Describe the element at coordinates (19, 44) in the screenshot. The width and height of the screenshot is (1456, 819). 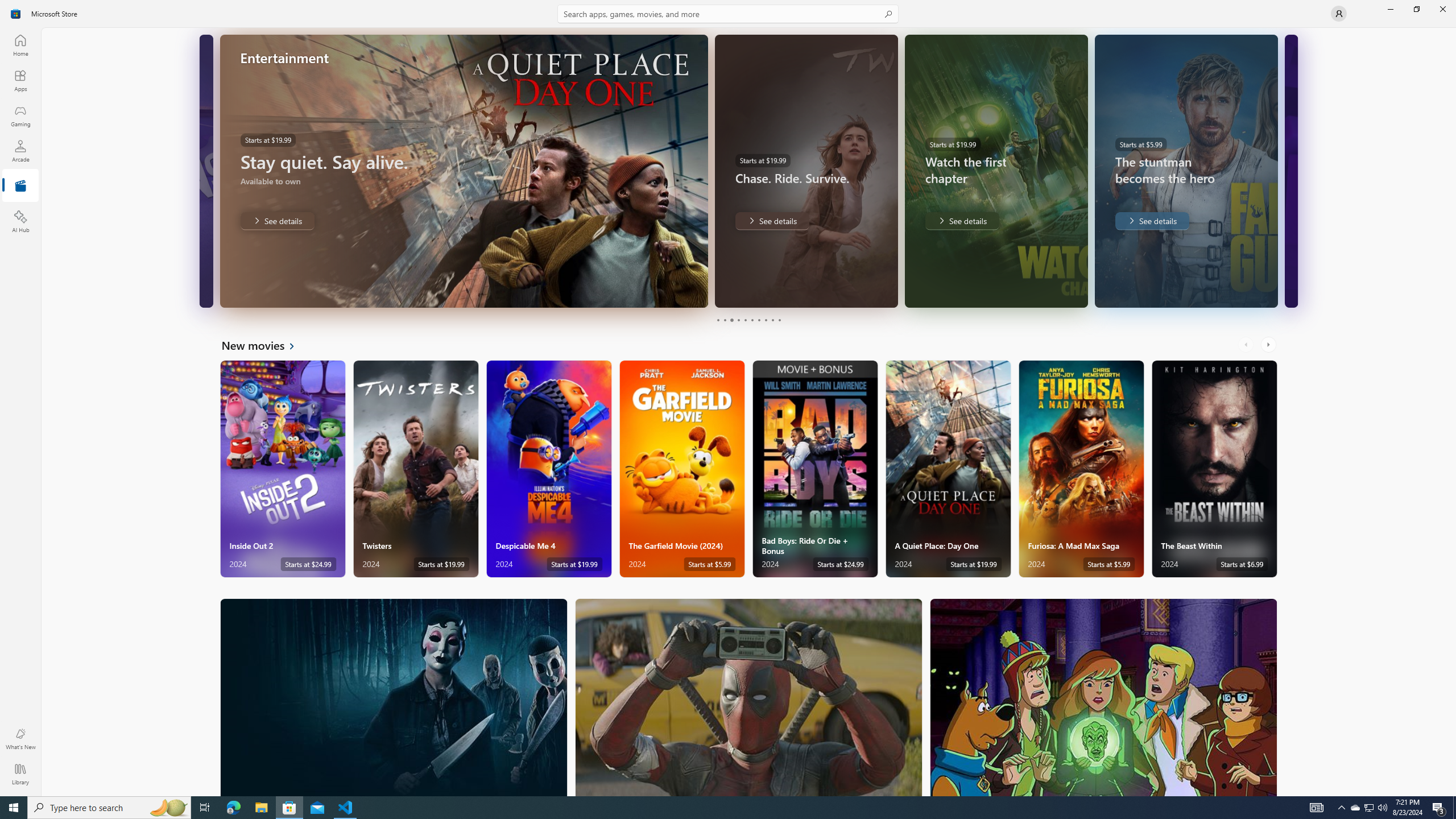
I see `'Home'` at that location.